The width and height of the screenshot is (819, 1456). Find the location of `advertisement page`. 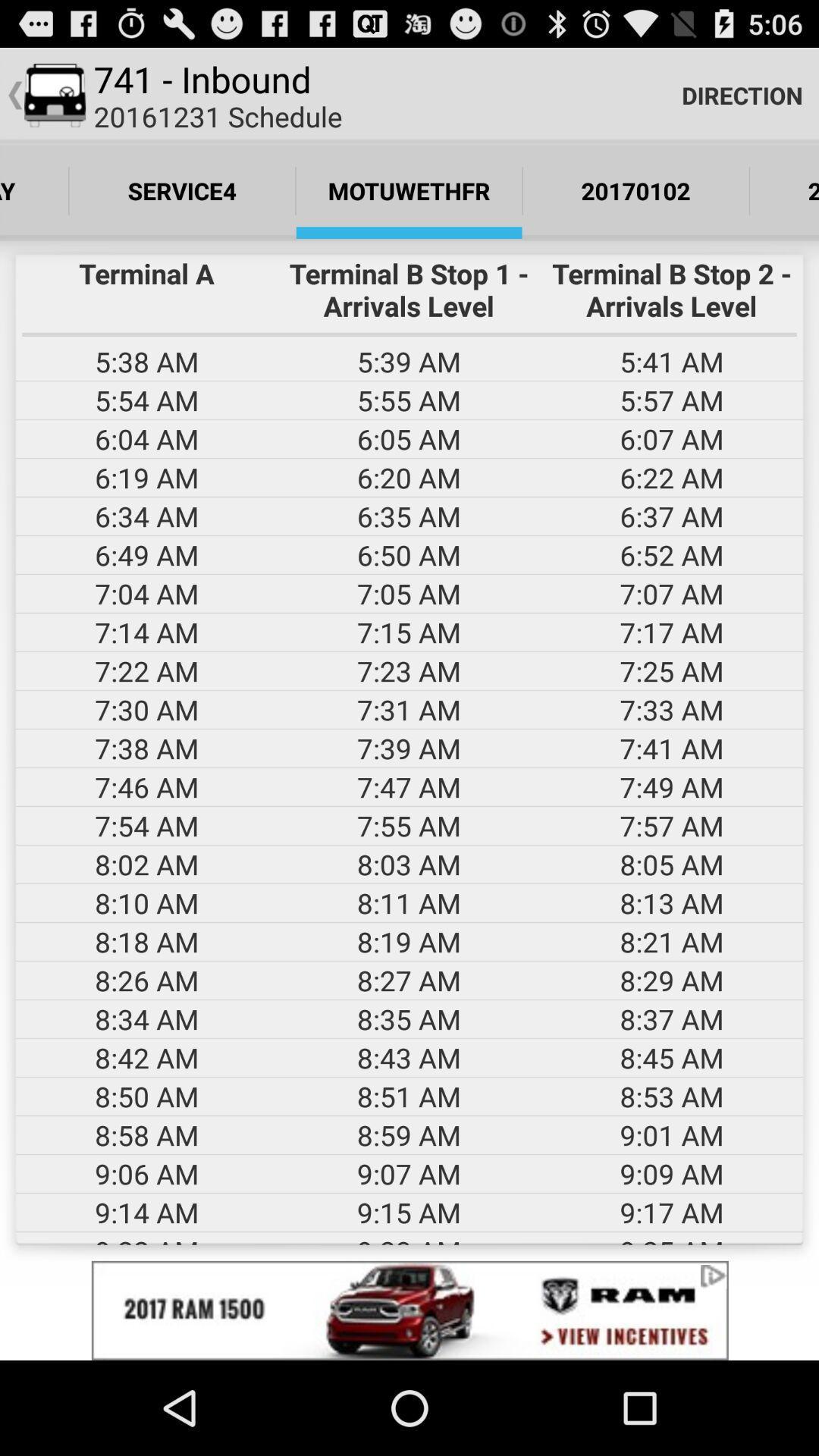

advertisement page is located at coordinates (409, 1310).